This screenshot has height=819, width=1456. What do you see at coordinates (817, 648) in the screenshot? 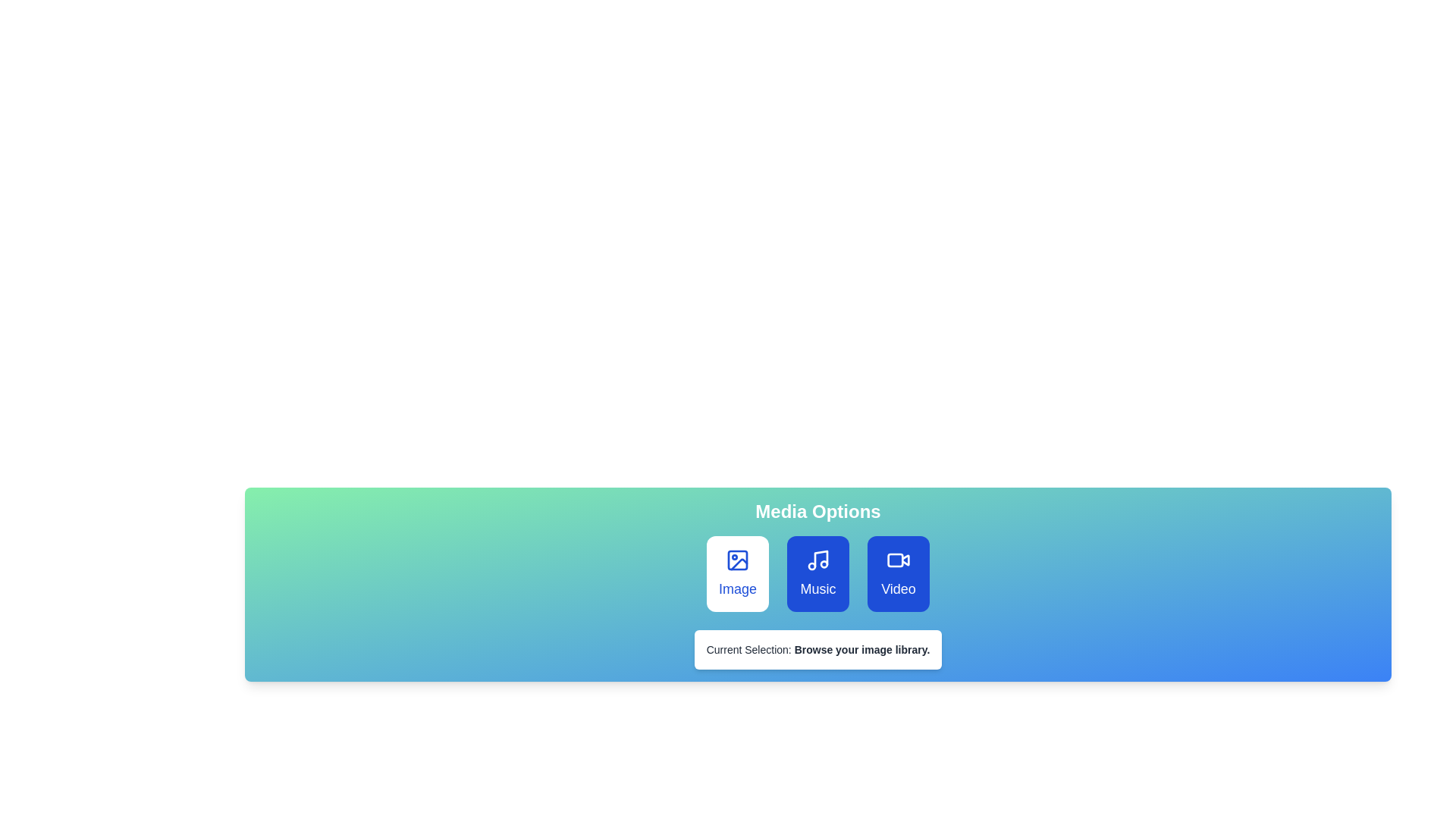
I see `text within the white box with rounded corners that contains the message 'Current Selection: Browse your image library.'` at bounding box center [817, 648].